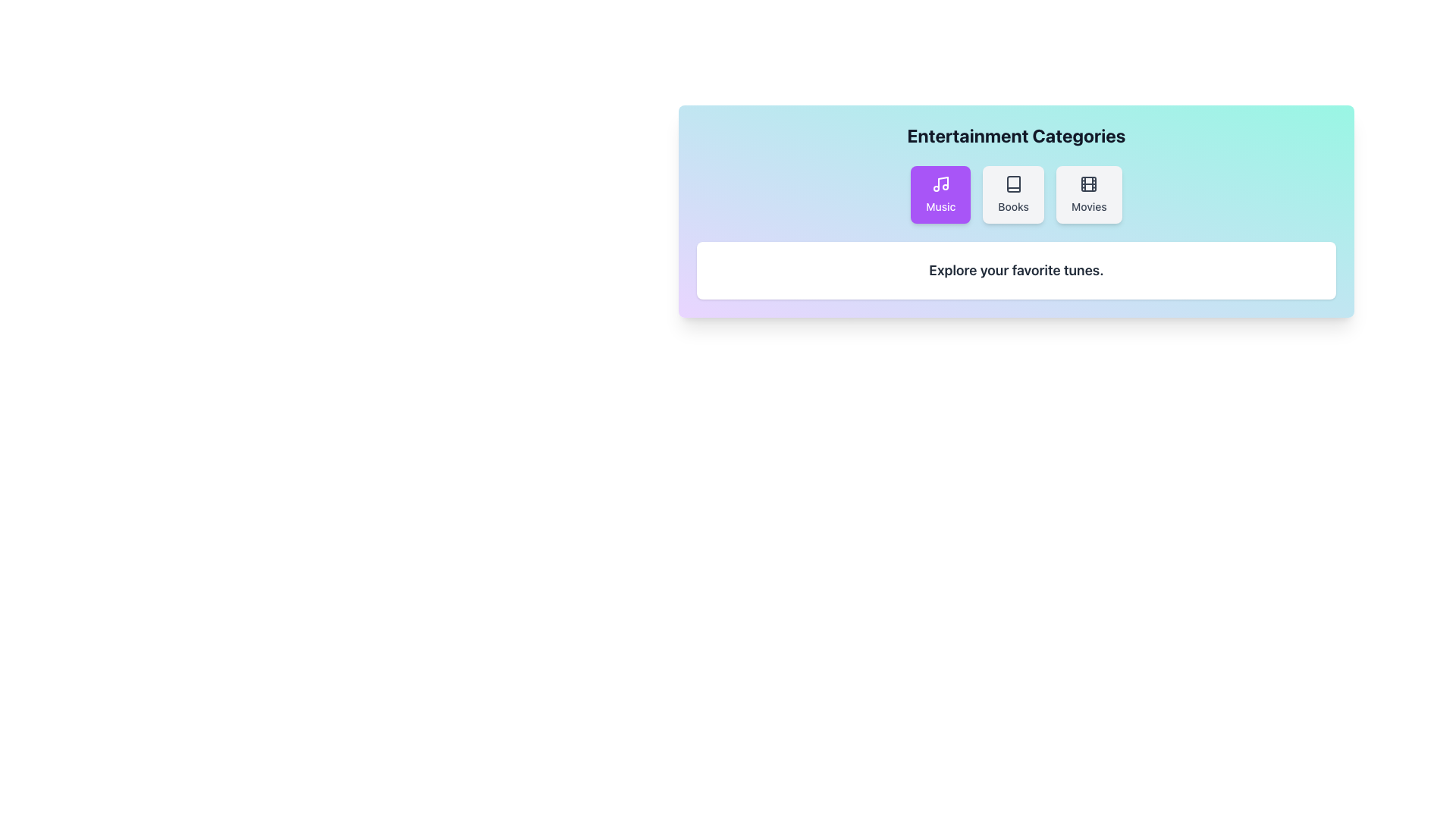  Describe the element at coordinates (940, 207) in the screenshot. I see `the text label displaying 'Music' which is positioned below the music icon within the purple rectangular button labeled 'Music'` at that location.